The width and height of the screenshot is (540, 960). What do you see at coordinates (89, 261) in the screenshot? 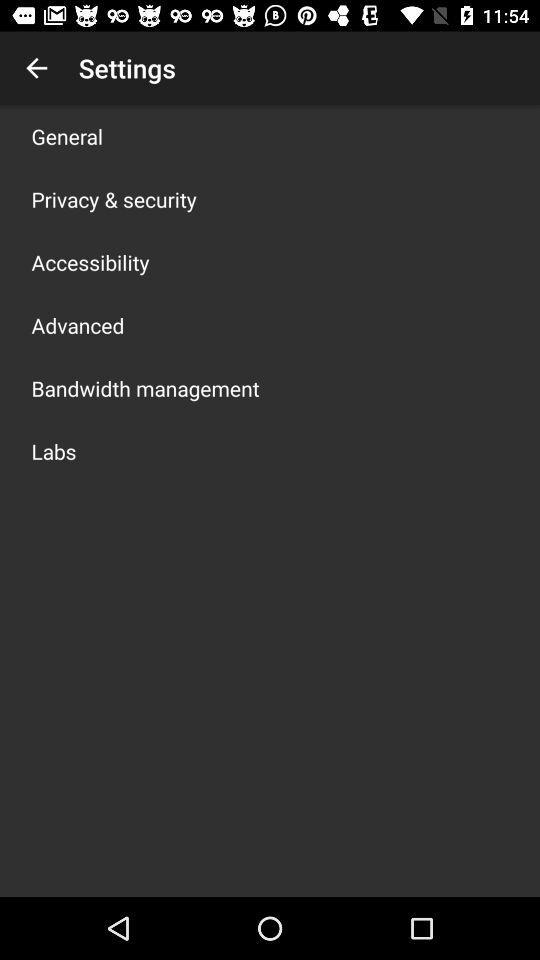
I see `the icon above advanced icon` at bounding box center [89, 261].